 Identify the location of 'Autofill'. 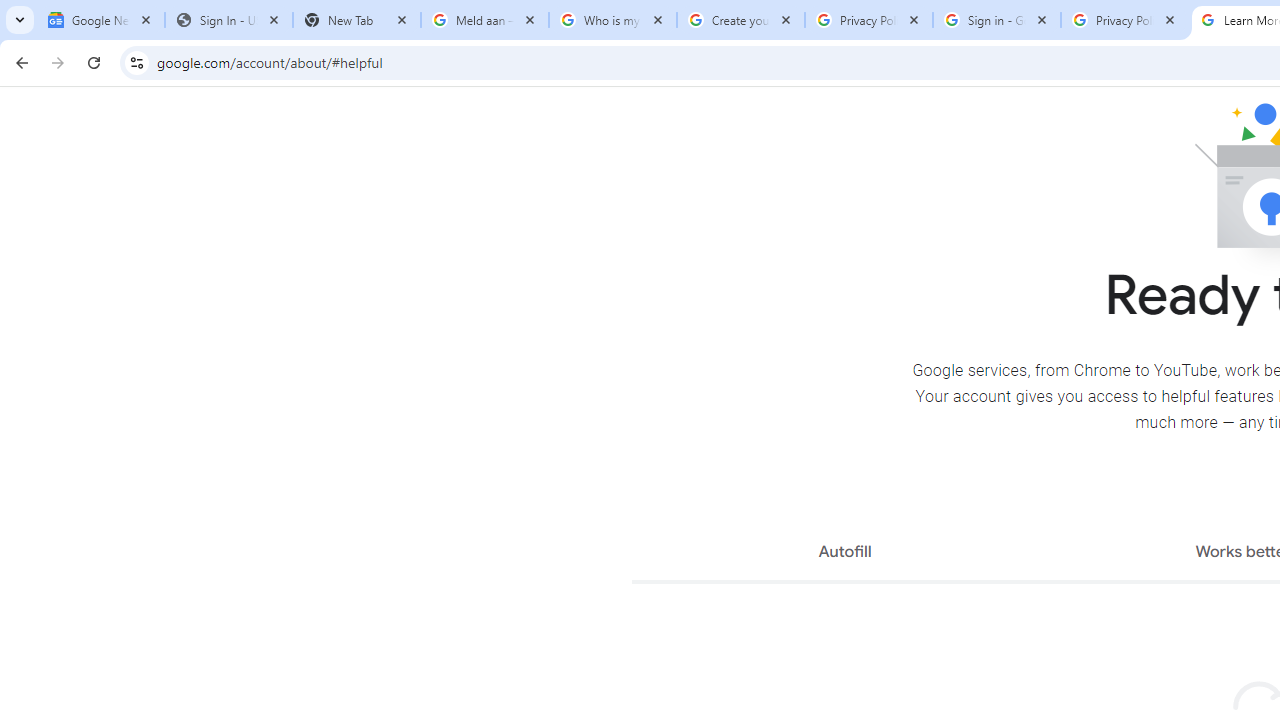
(844, 554).